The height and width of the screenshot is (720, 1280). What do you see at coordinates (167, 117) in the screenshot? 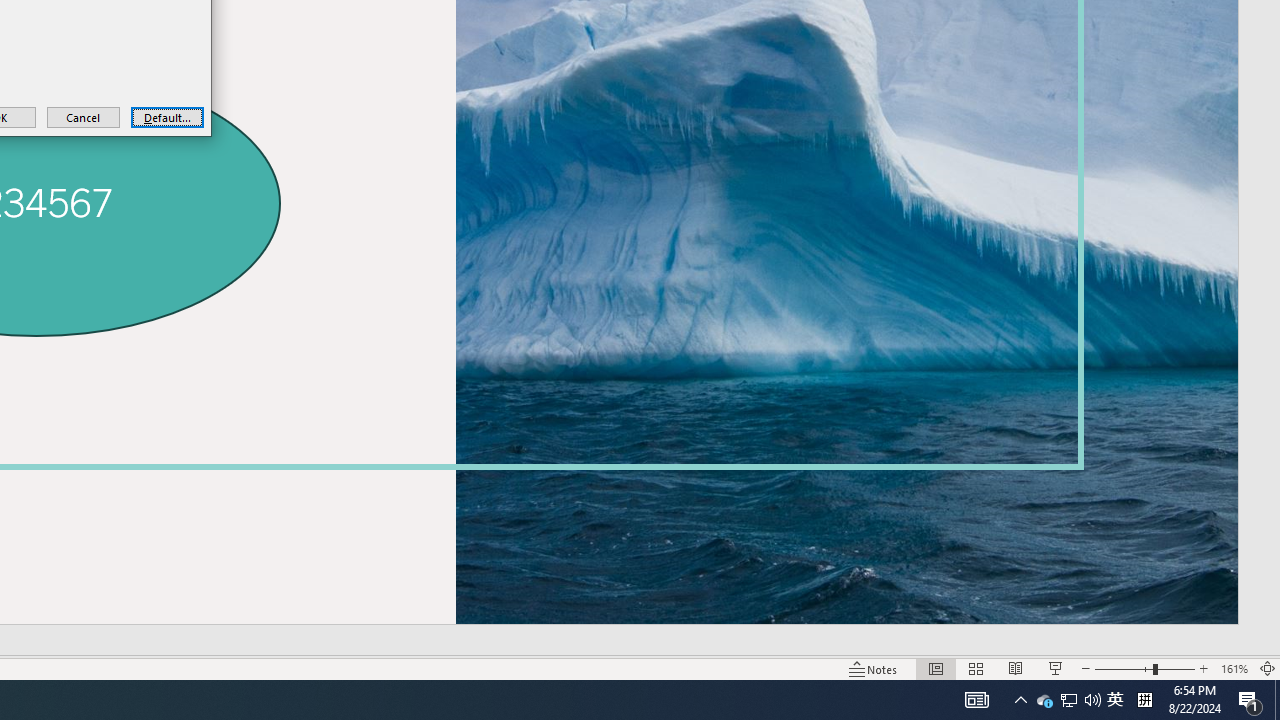
I see `'Default...'` at bounding box center [167, 117].